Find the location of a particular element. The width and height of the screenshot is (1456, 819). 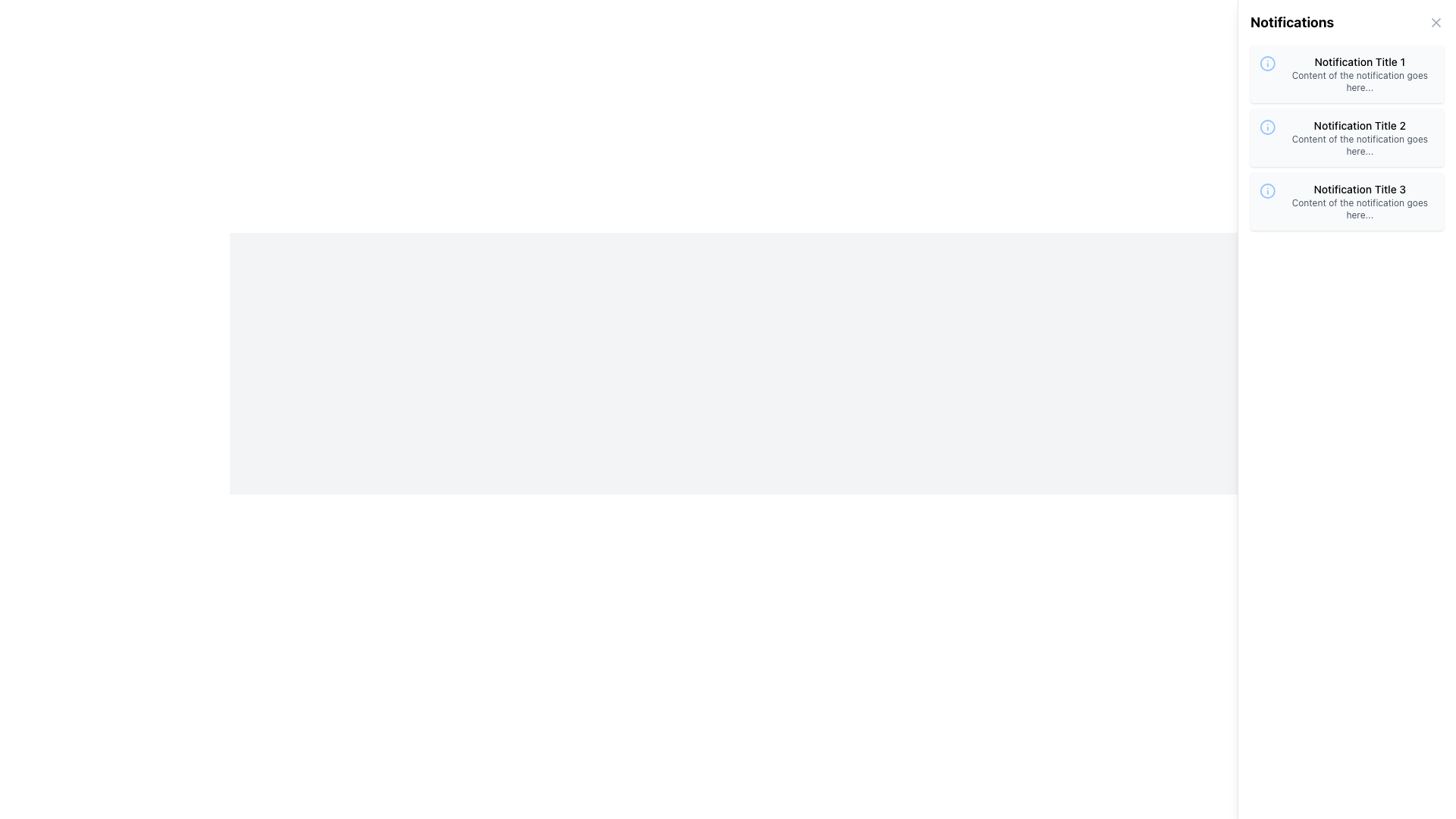

the circle graphic icon representing 'Notification Title 2' in the second row of the notification list is located at coordinates (1267, 127).